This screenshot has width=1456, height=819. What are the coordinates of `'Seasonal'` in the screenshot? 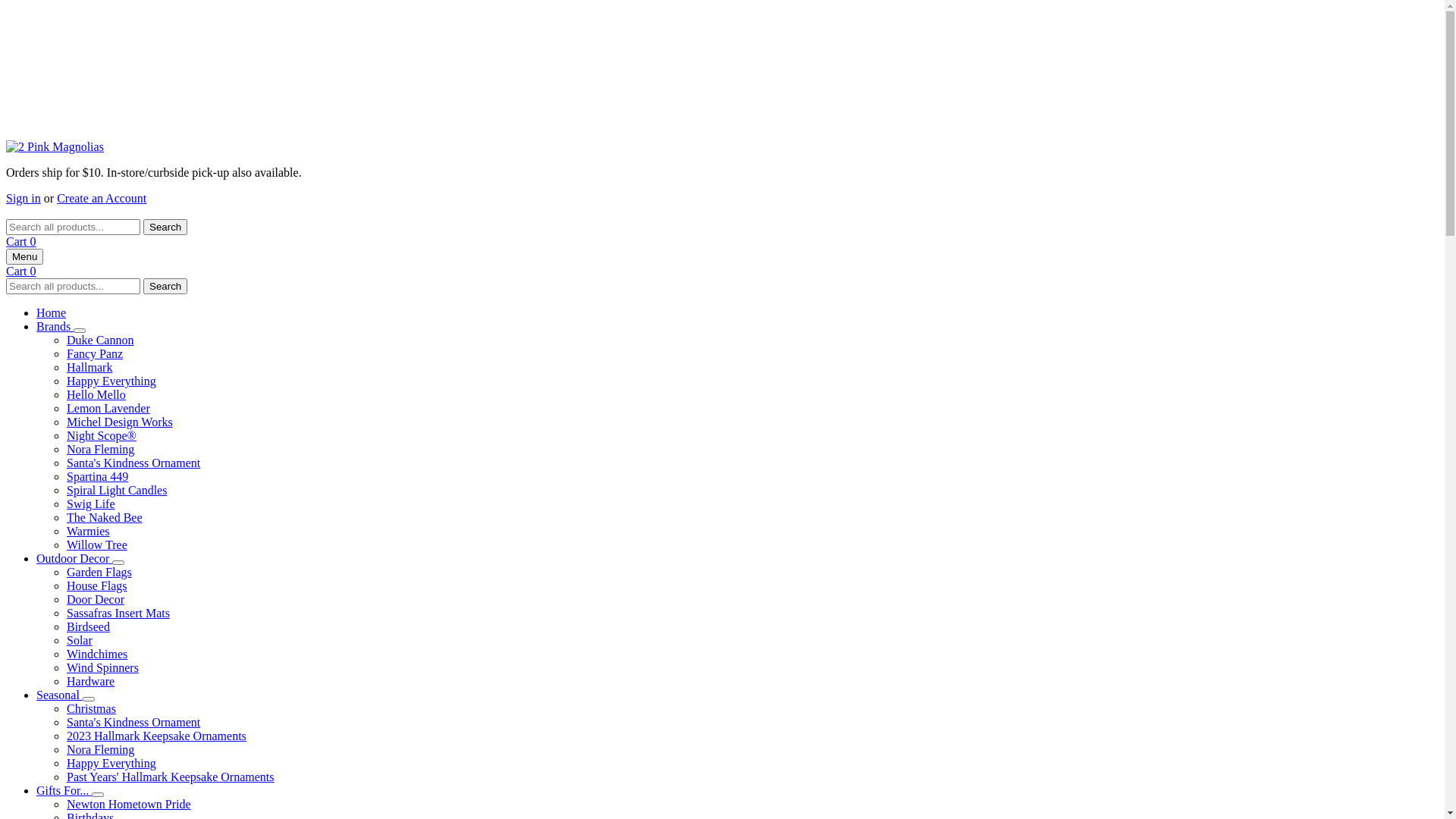 It's located at (59, 695).